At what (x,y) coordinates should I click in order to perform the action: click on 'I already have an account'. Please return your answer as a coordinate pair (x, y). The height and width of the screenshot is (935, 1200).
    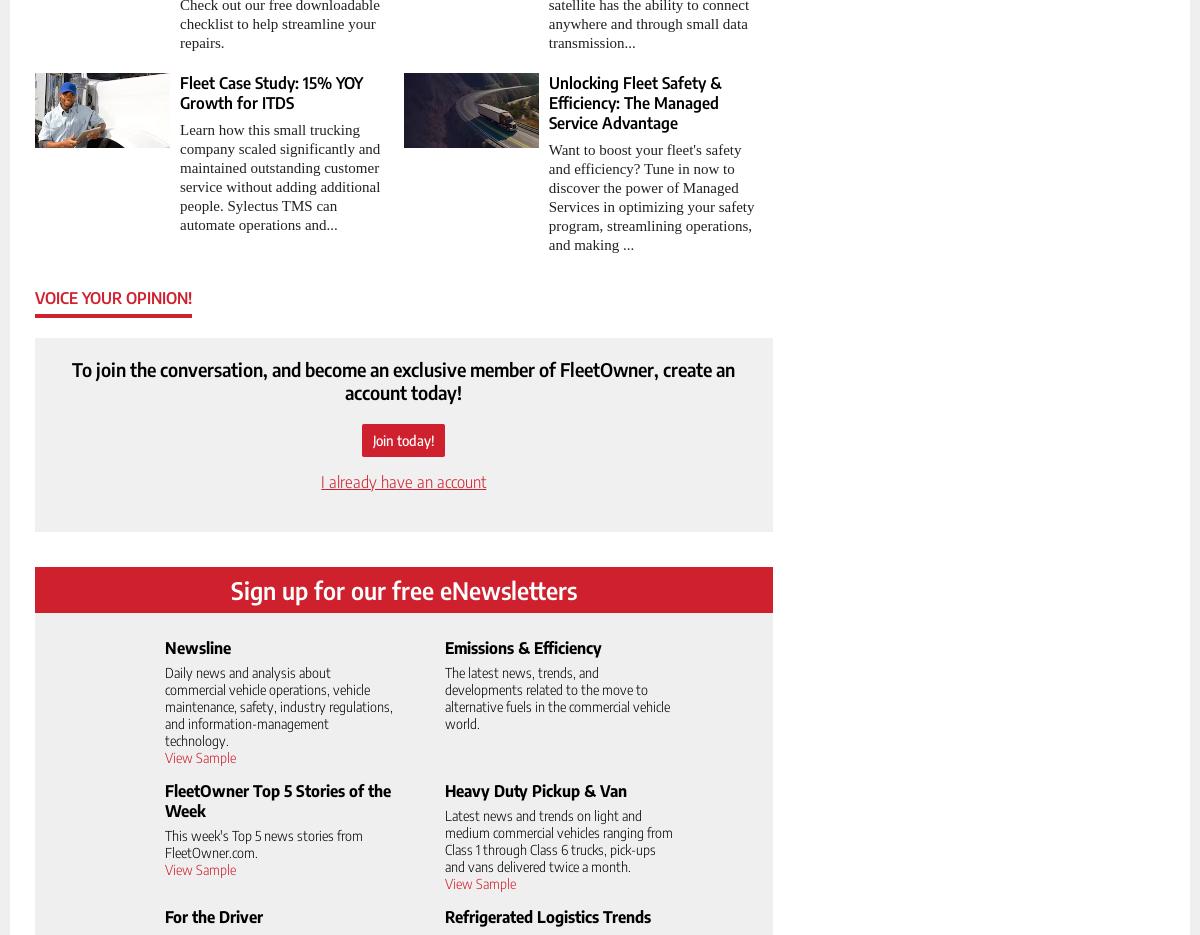
    Looking at the image, I should click on (403, 480).